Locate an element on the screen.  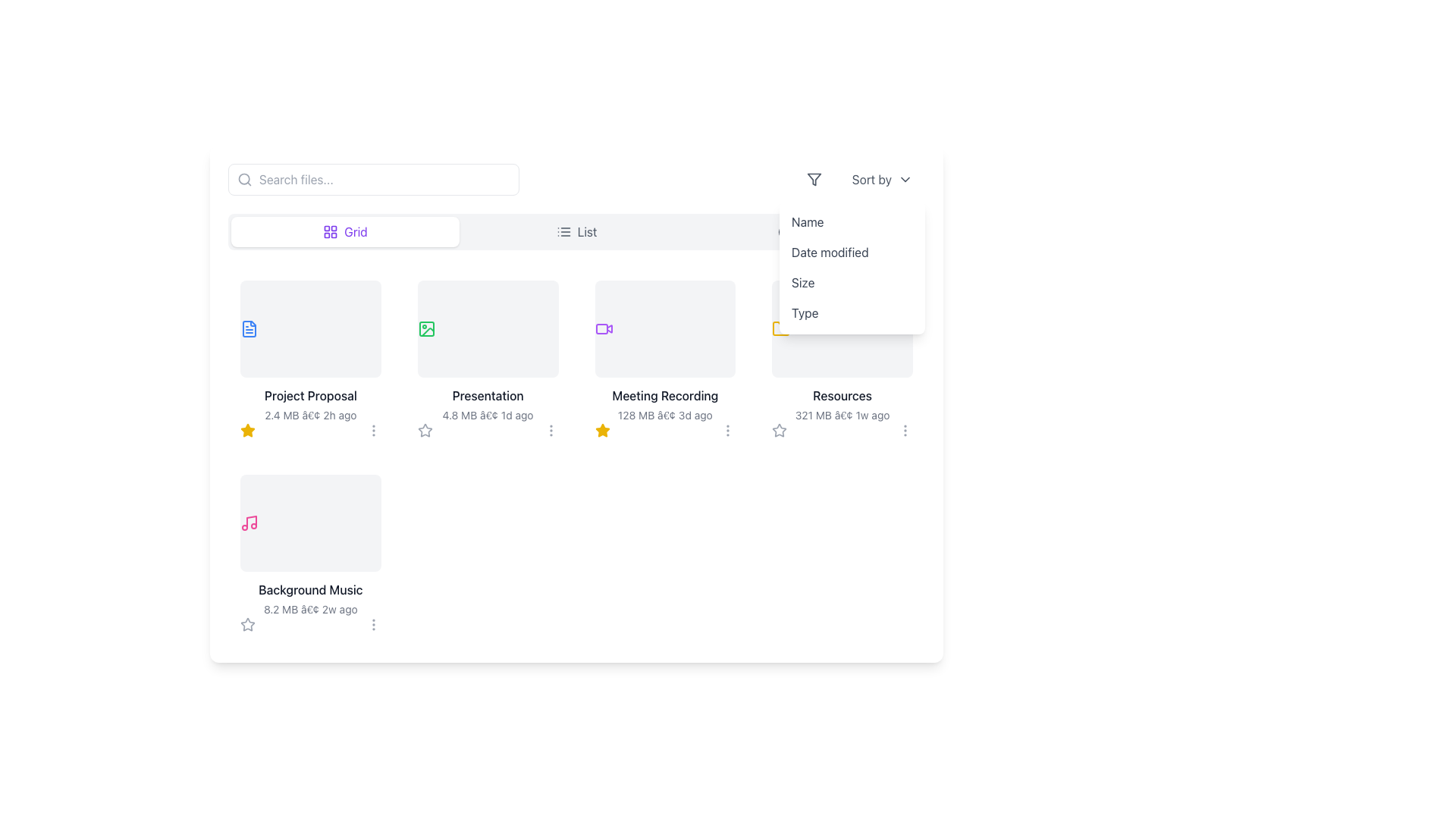
the static text label displaying the file size and modification time '128 MB • 3d ago', which is located below the title 'Meeting Recording' in the bottom portion of the card is located at coordinates (665, 415).